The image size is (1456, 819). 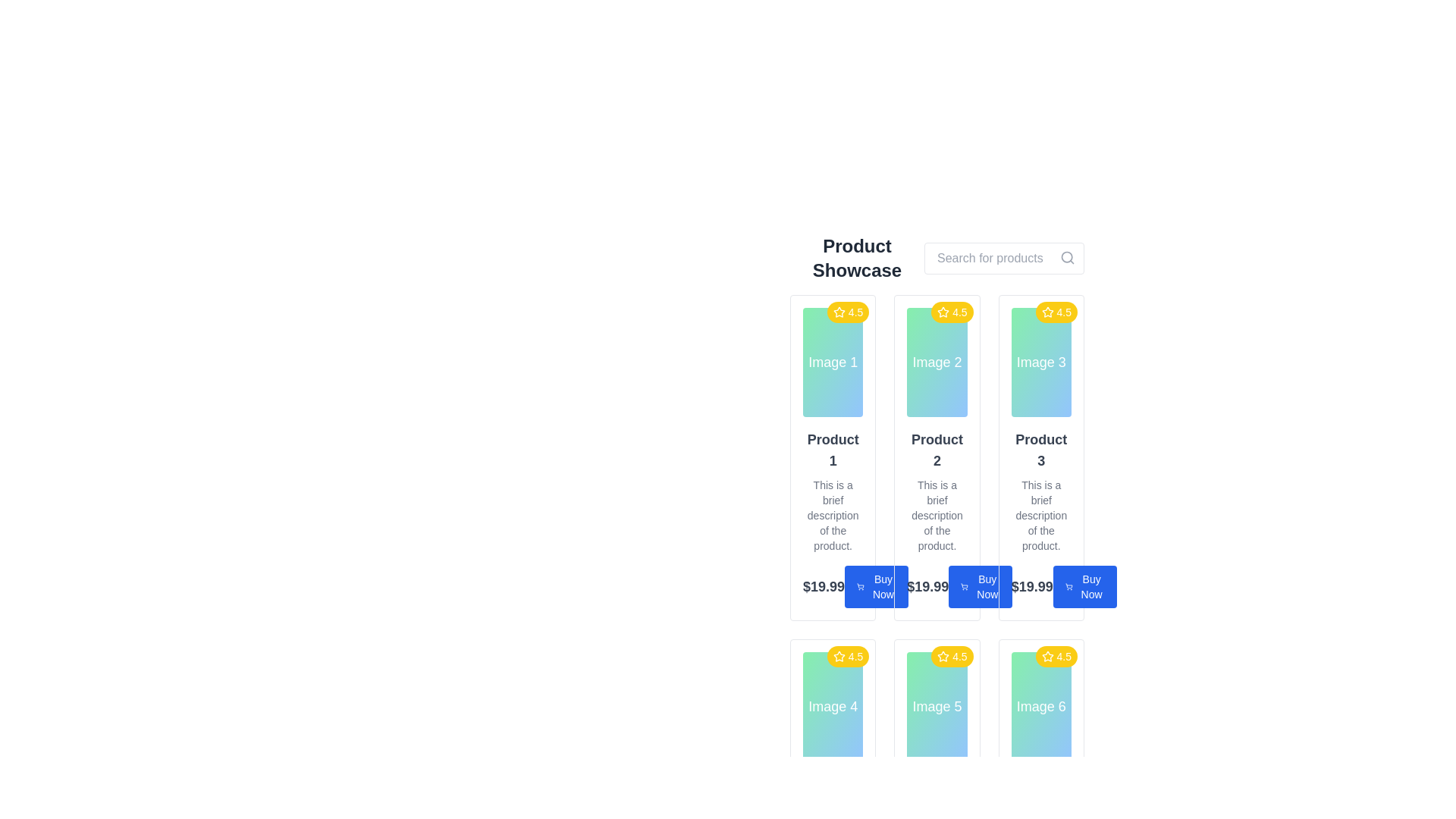 I want to click on the text label inside the first card of the second row in the grid, so click(x=832, y=707).